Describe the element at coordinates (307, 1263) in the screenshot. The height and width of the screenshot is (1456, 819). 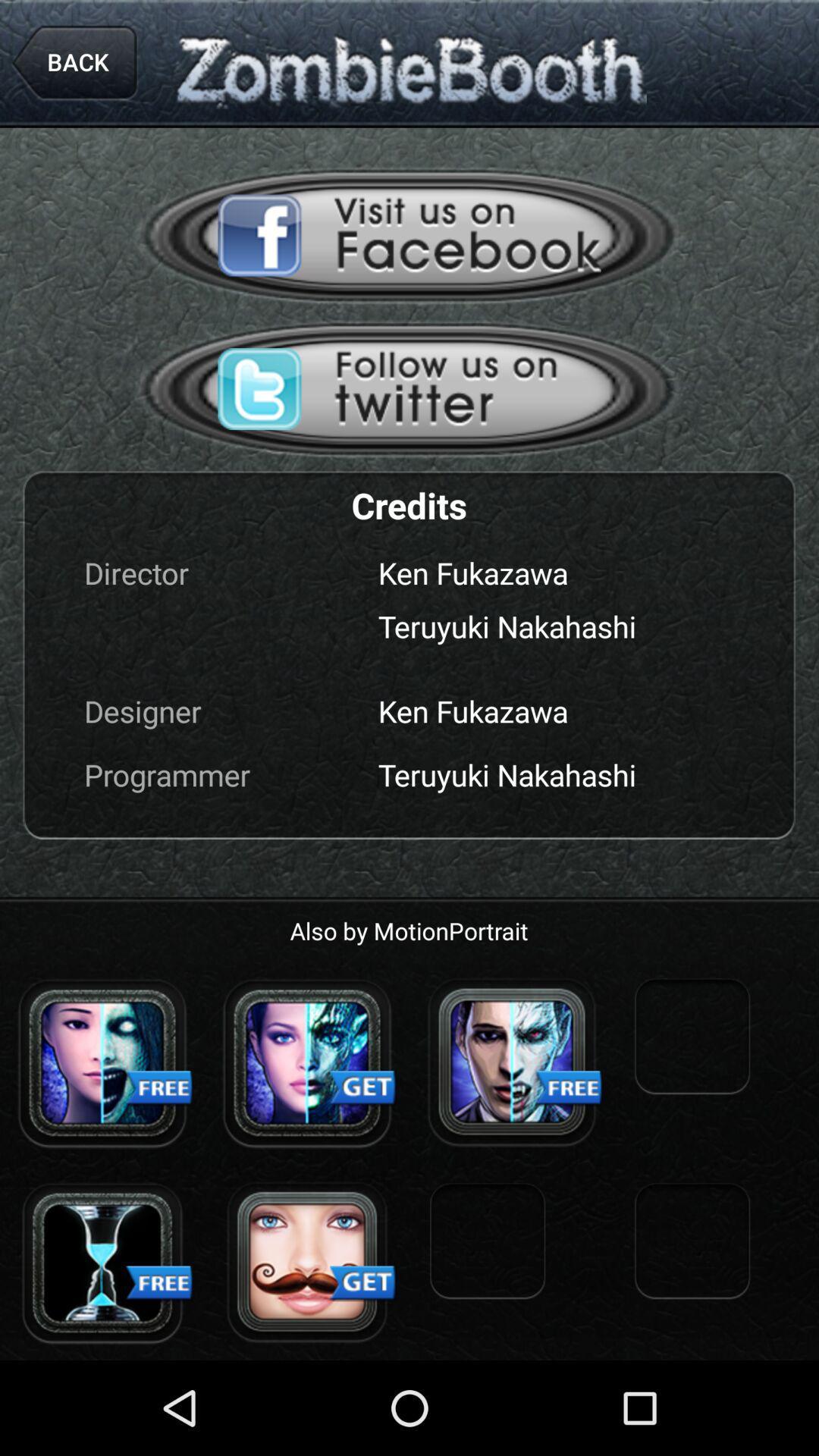
I see `mustache effect option` at that location.